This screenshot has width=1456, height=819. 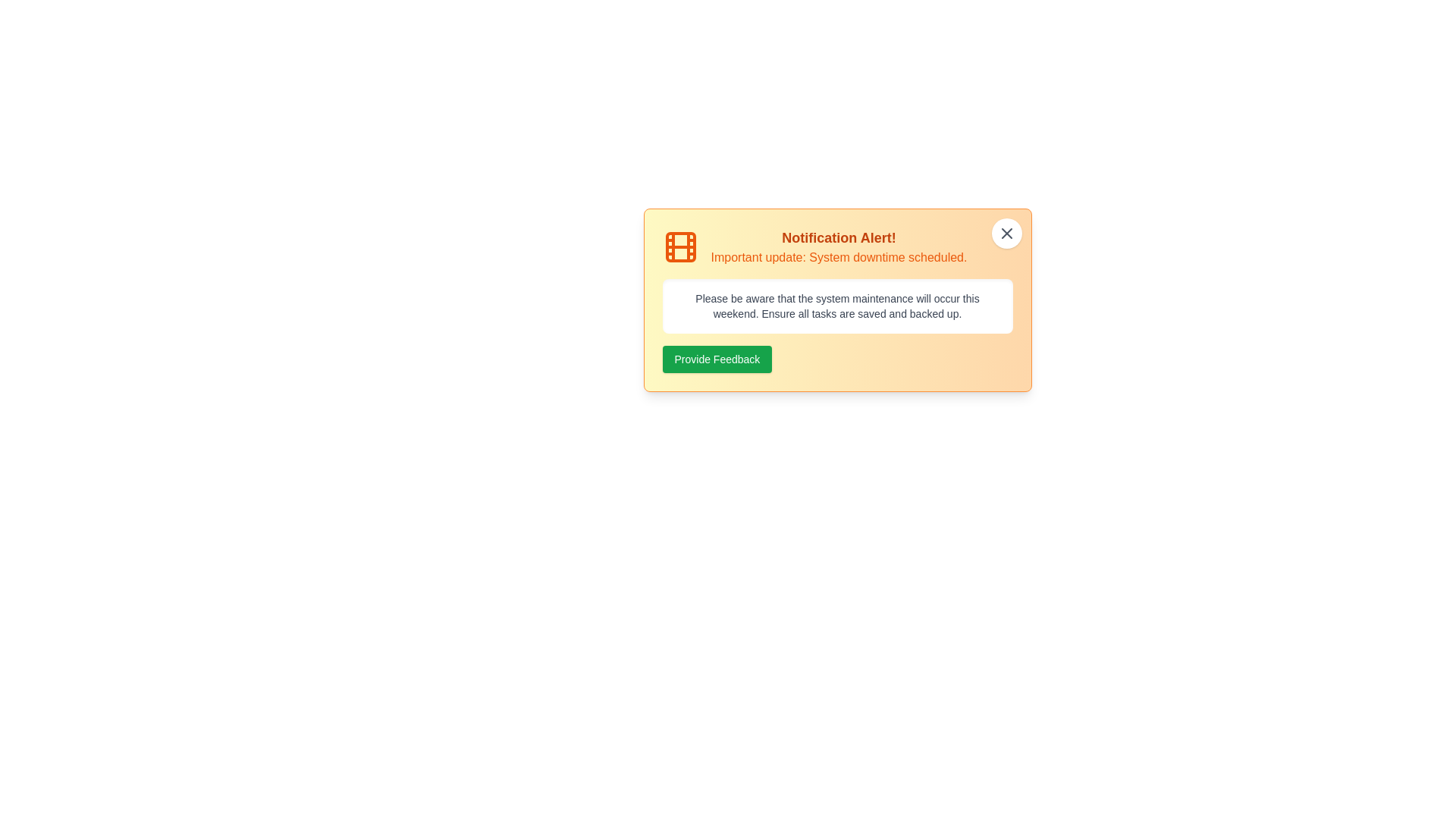 I want to click on the close button to close the alert, so click(x=1006, y=234).